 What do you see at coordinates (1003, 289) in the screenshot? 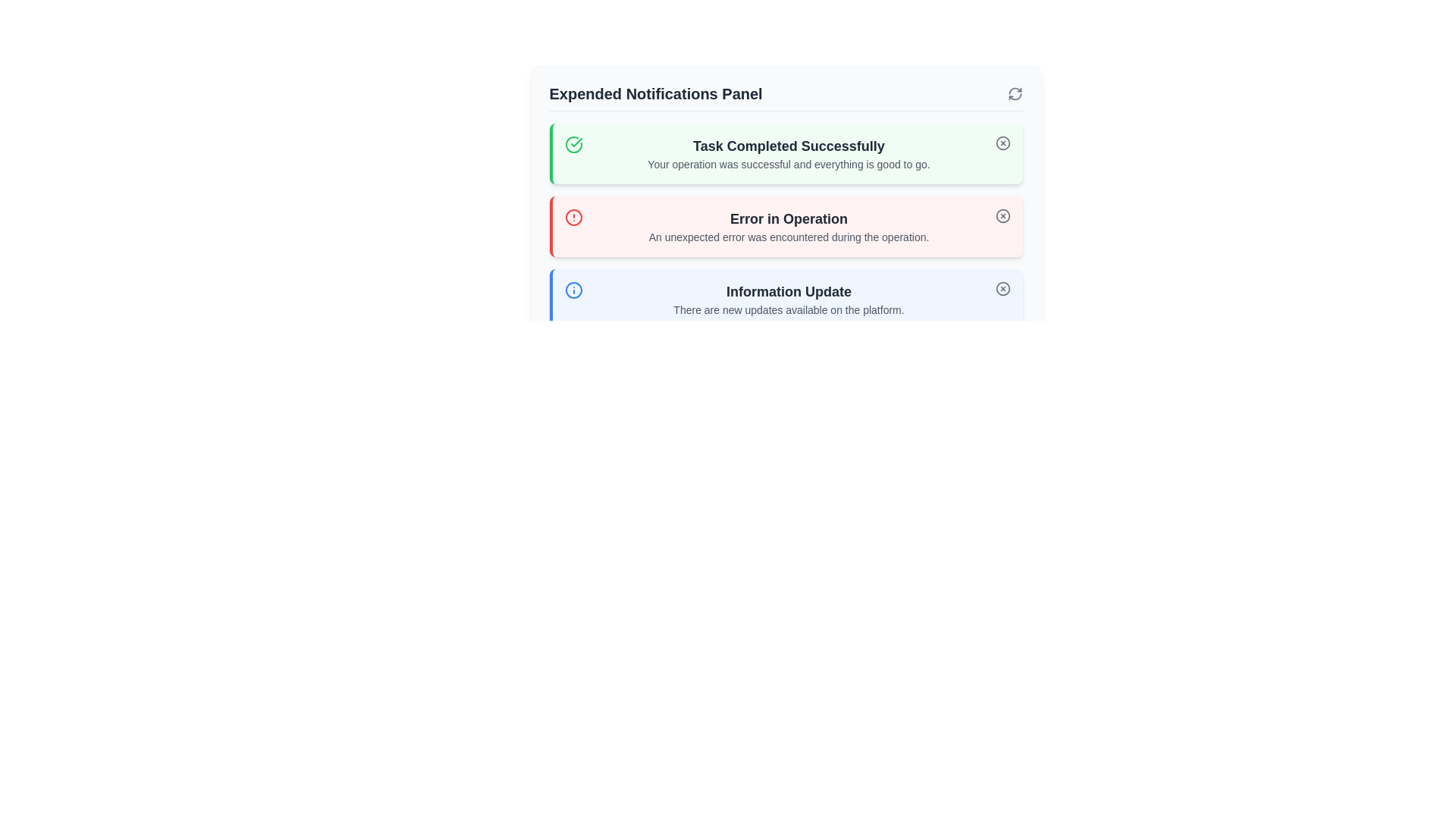
I see `the circular icon next to the 'Information Update' notification` at bounding box center [1003, 289].